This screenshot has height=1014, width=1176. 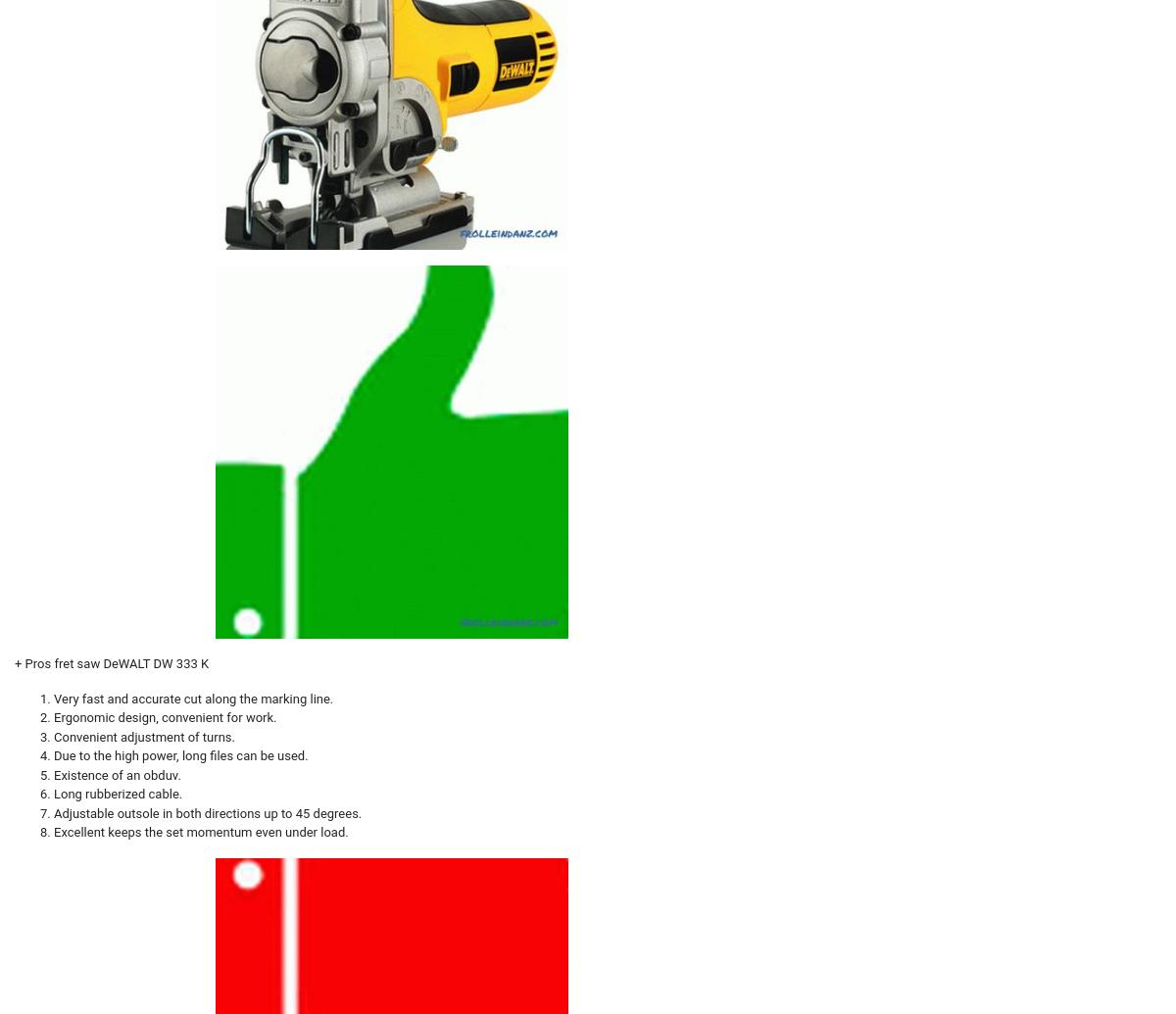 I want to click on 'Due to the high power, long files can be used.', so click(x=179, y=754).